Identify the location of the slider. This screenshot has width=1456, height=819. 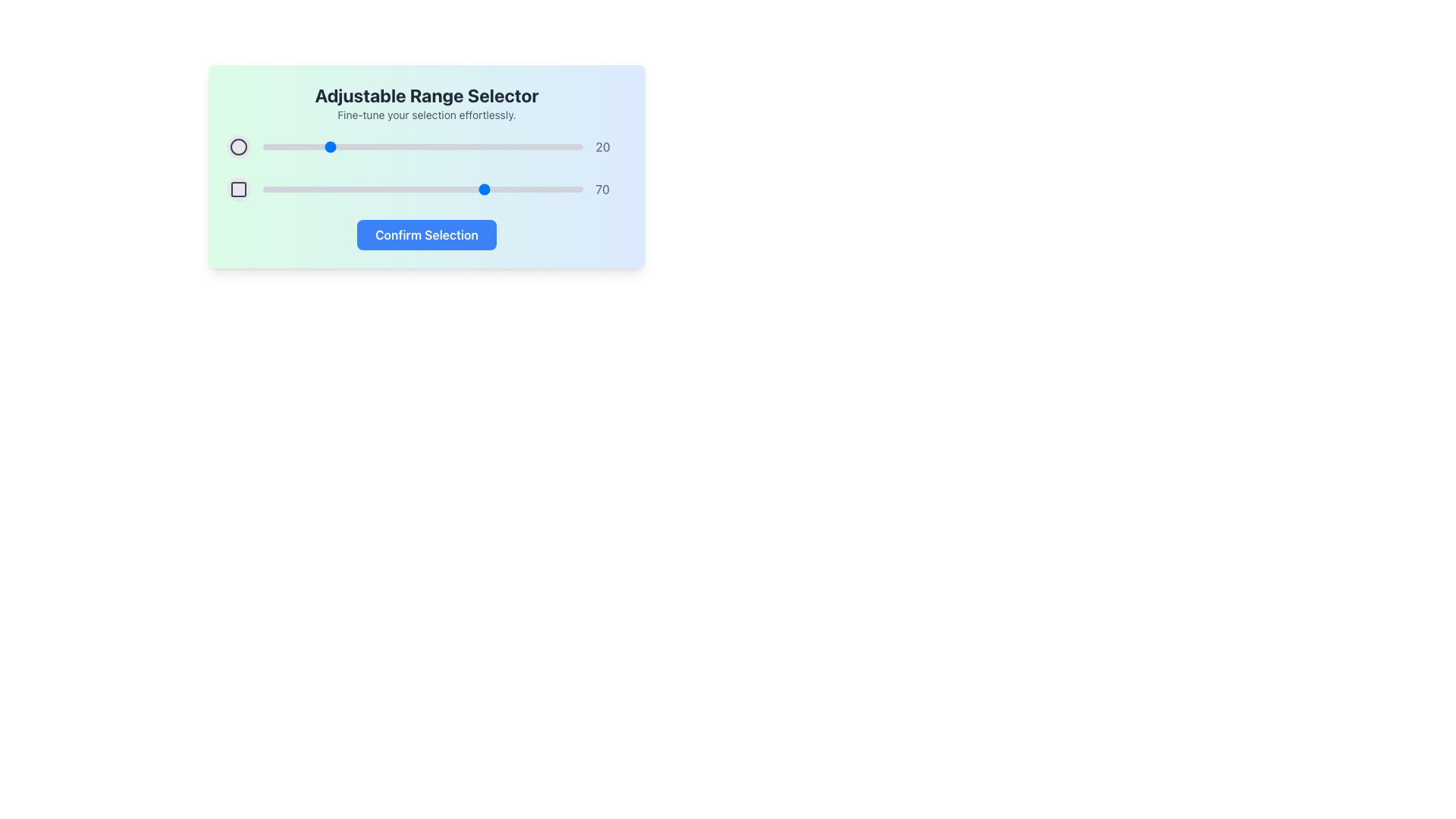
(266, 189).